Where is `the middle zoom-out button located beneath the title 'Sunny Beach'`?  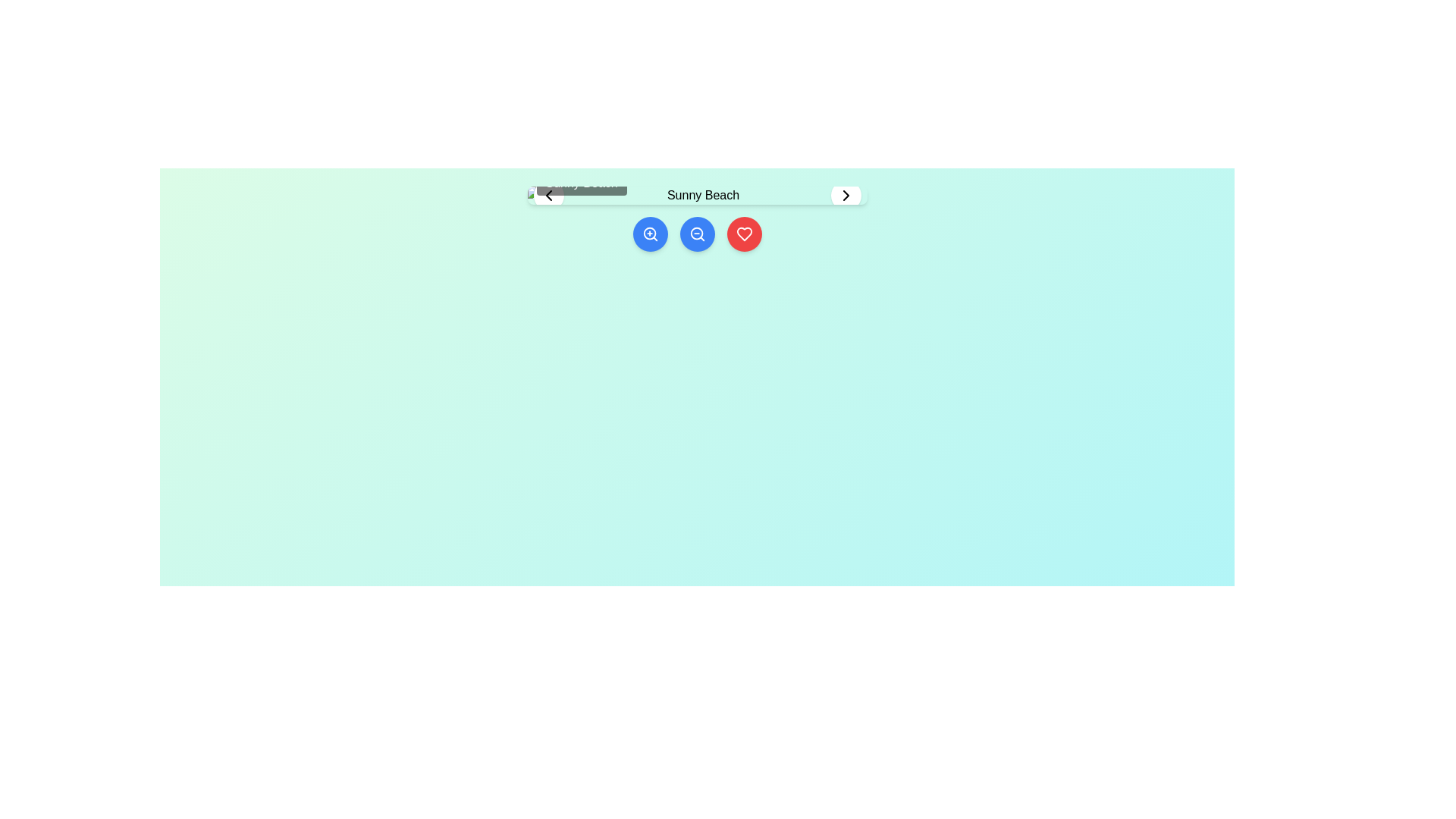
the middle zoom-out button located beneath the title 'Sunny Beach' is located at coordinates (696, 234).